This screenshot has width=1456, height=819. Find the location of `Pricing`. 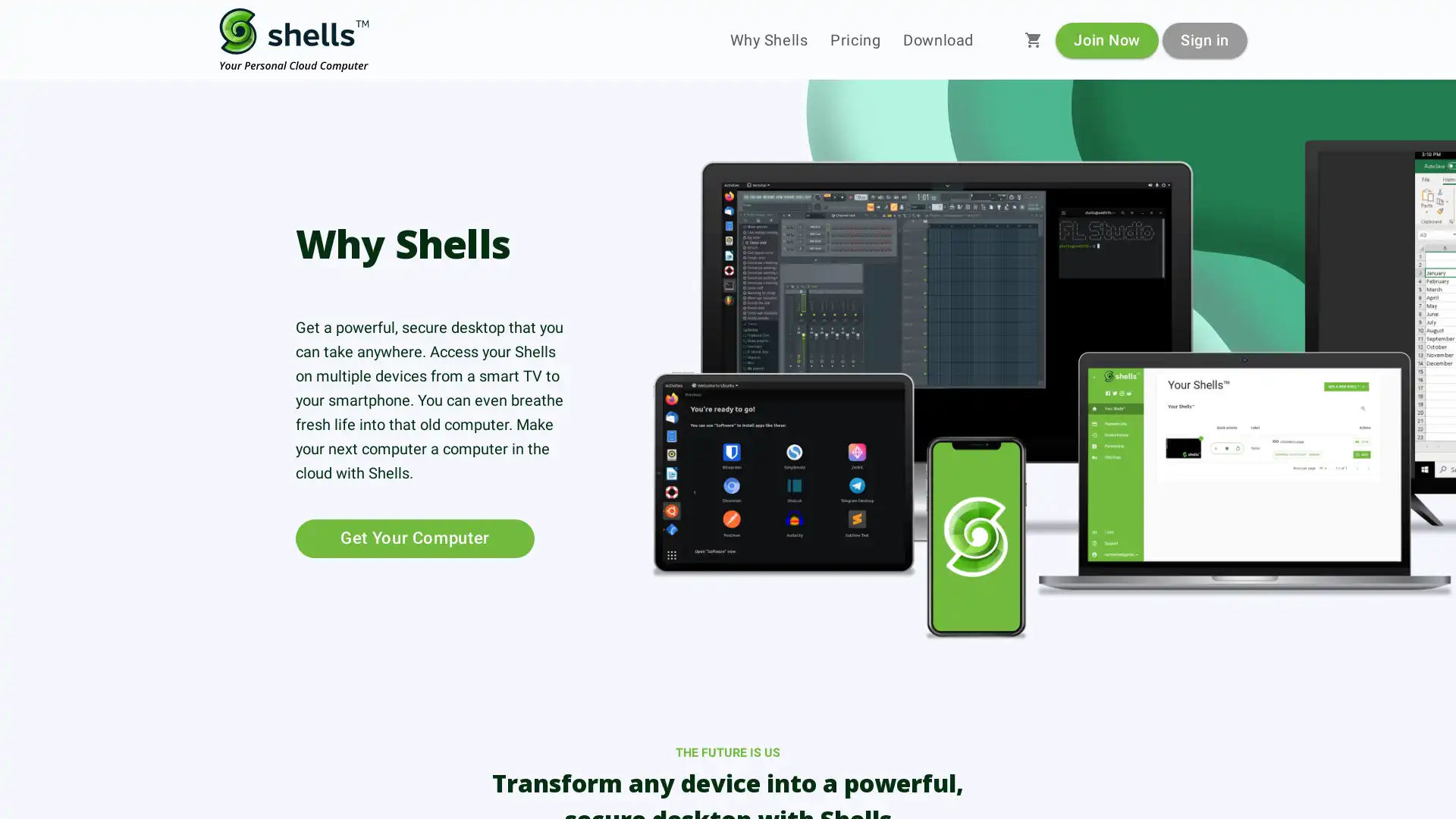

Pricing is located at coordinates (855, 39).